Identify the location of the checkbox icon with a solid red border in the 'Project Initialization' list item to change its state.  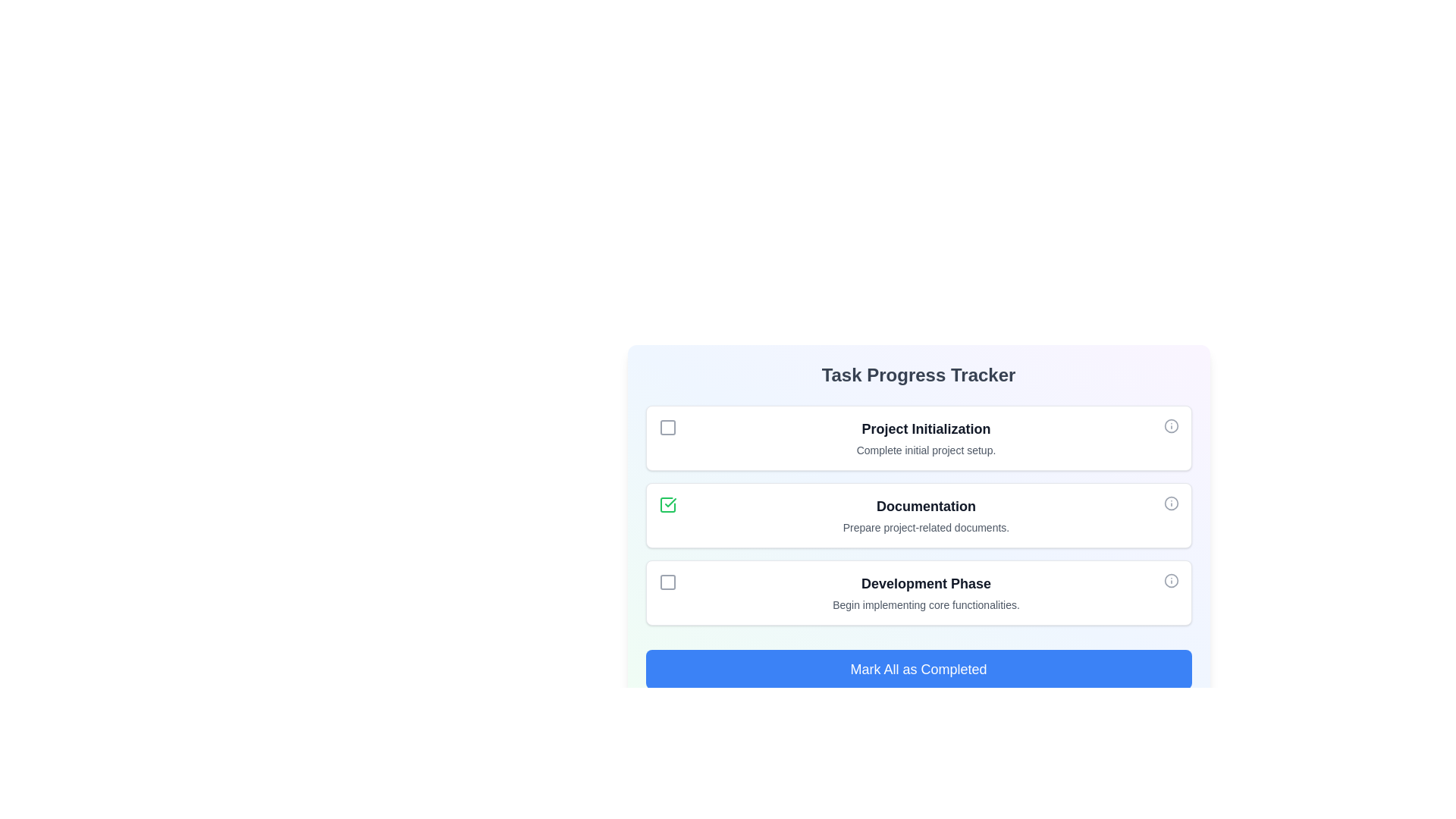
(667, 427).